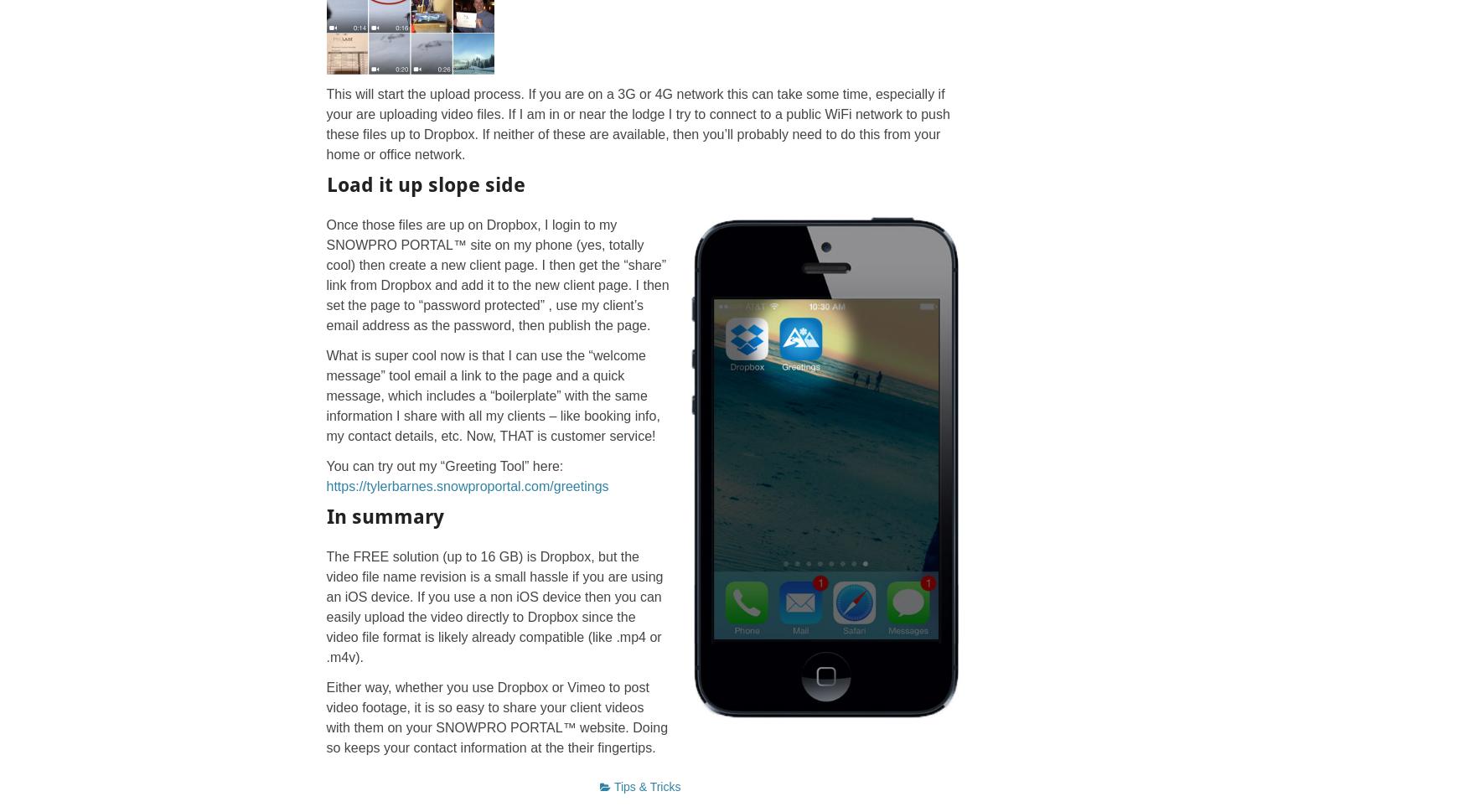  What do you see at coordinates (443, 465) in the screenshot?
I see `'You can try out my “Greeting Tool” here:'` at bounding box center [443, 465].